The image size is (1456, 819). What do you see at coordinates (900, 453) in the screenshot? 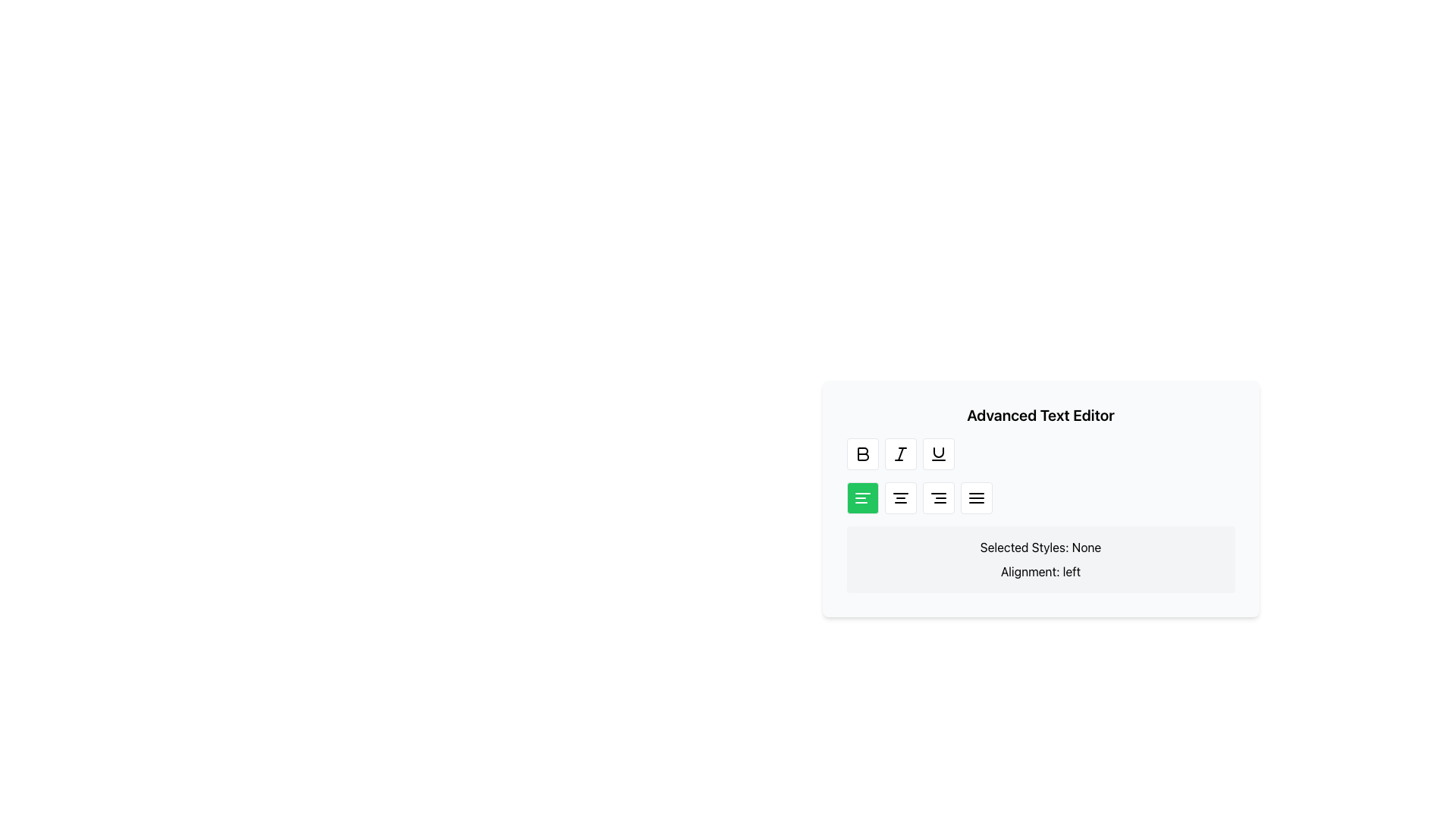
I see `the small square button with a white background and a black italicized 'I' icon in the second position of the text editor toolbar` at bounding box center [900, 453].